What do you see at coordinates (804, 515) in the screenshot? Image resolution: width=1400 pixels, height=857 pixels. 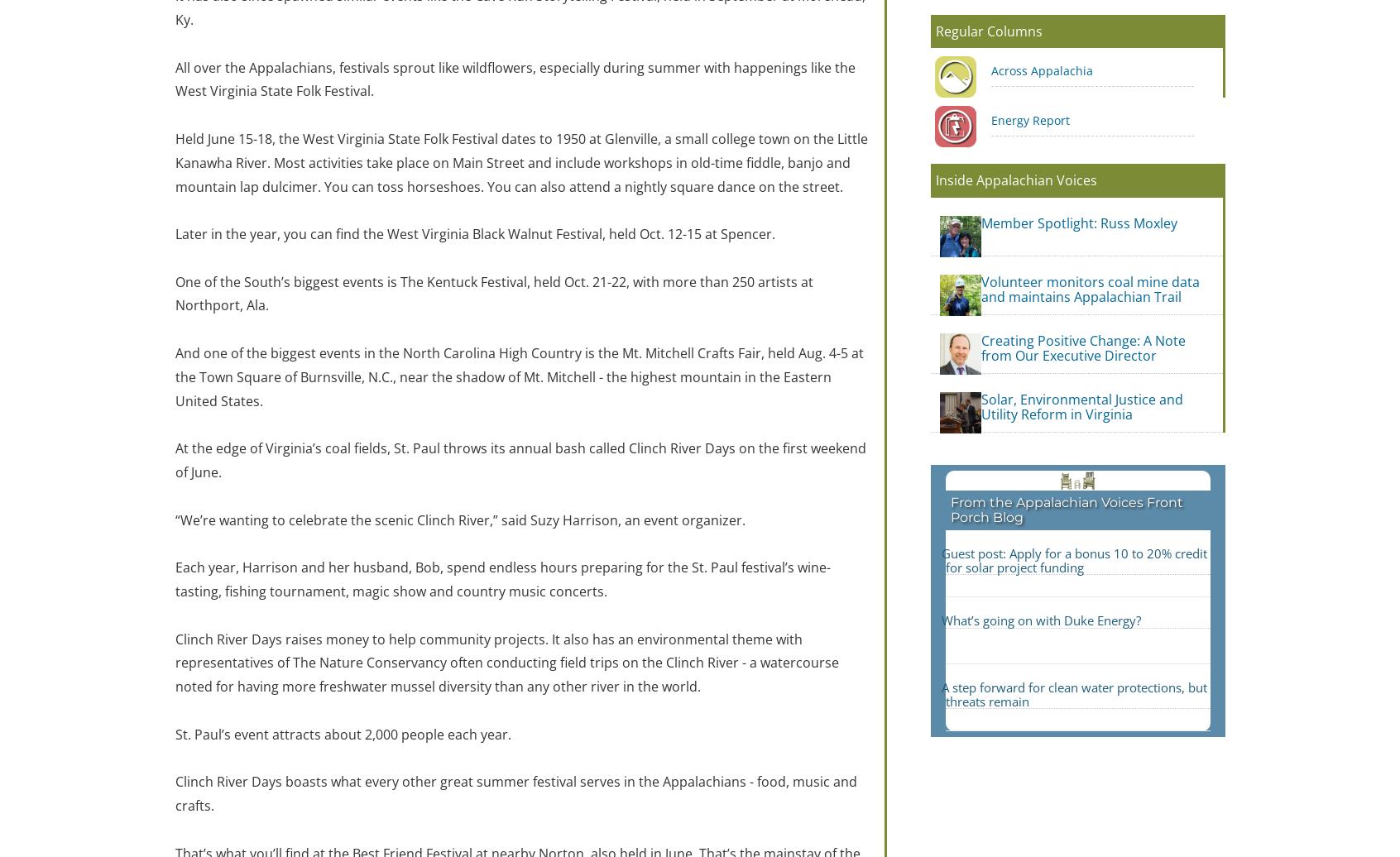 I see `'Subscribe'` at bounding box center [804, 515].